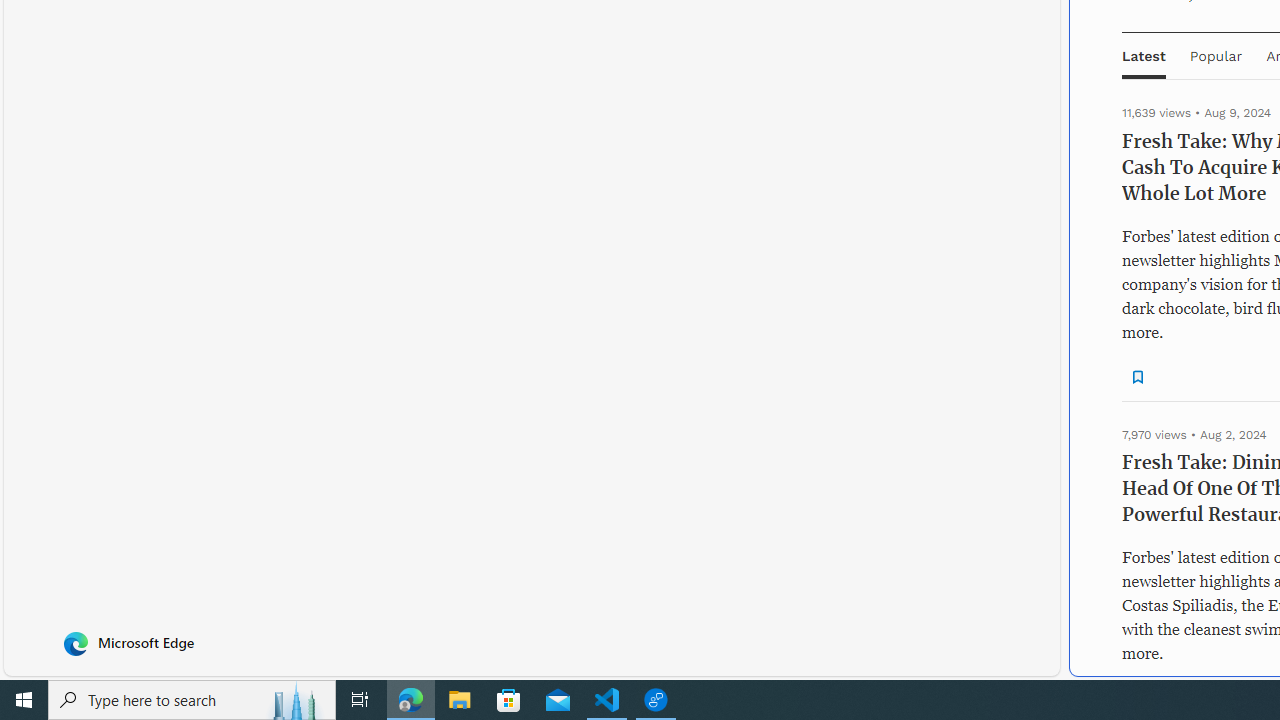  Describe the element at coordinates (1144, 55) in the screenshot. I see `'Latest'` at that location.